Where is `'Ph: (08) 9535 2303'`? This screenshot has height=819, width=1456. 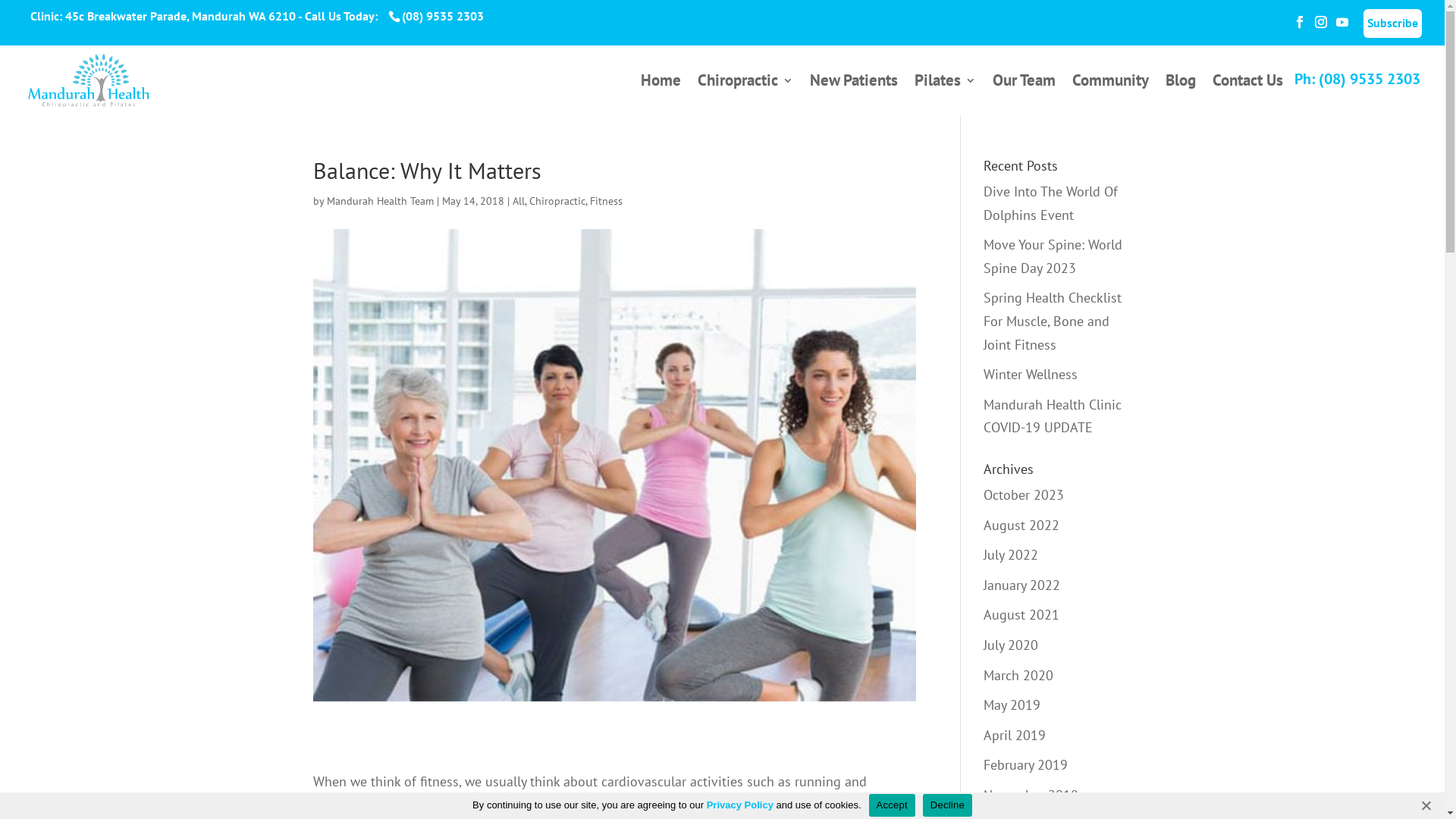 'Ph: (08) 9535 2303' is located at coordinates (1357, 79).